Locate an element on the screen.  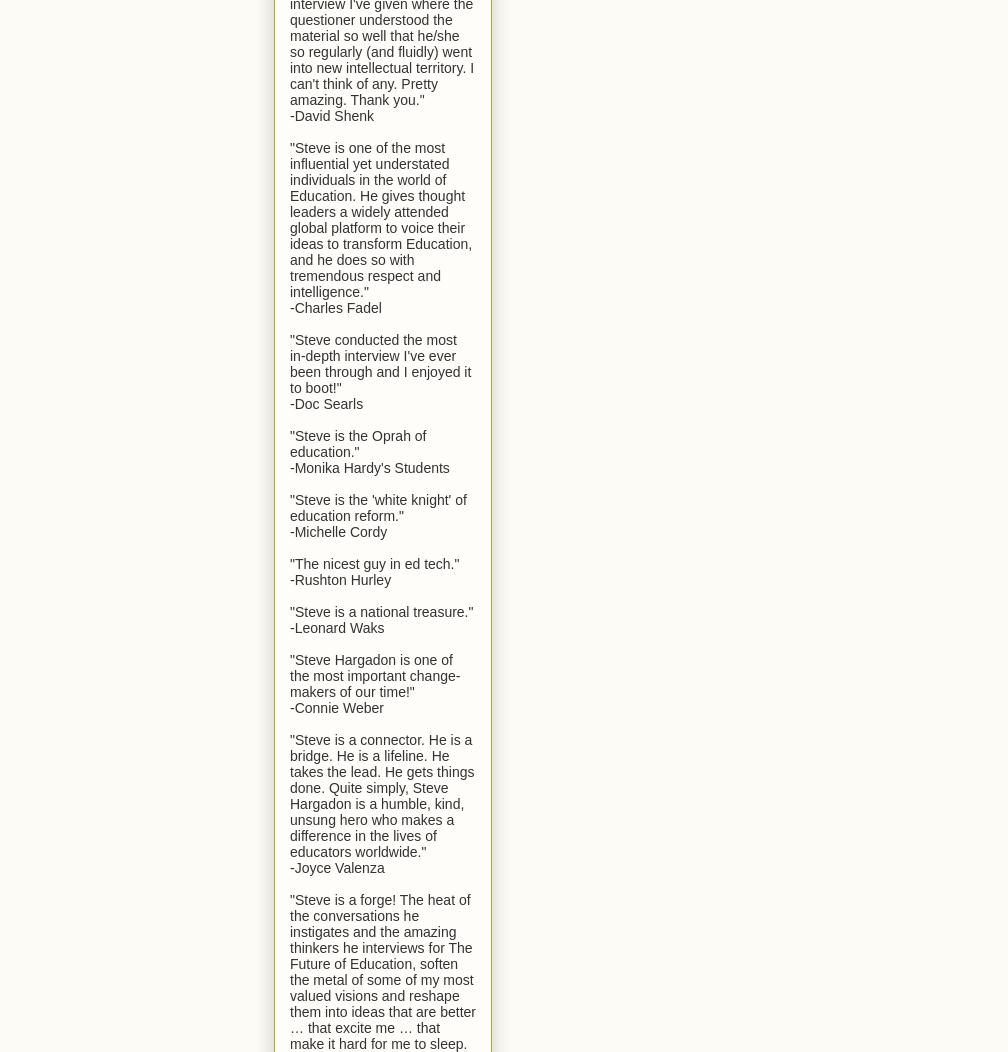
'-Connie Weber' is located at coordinates (336, 707).